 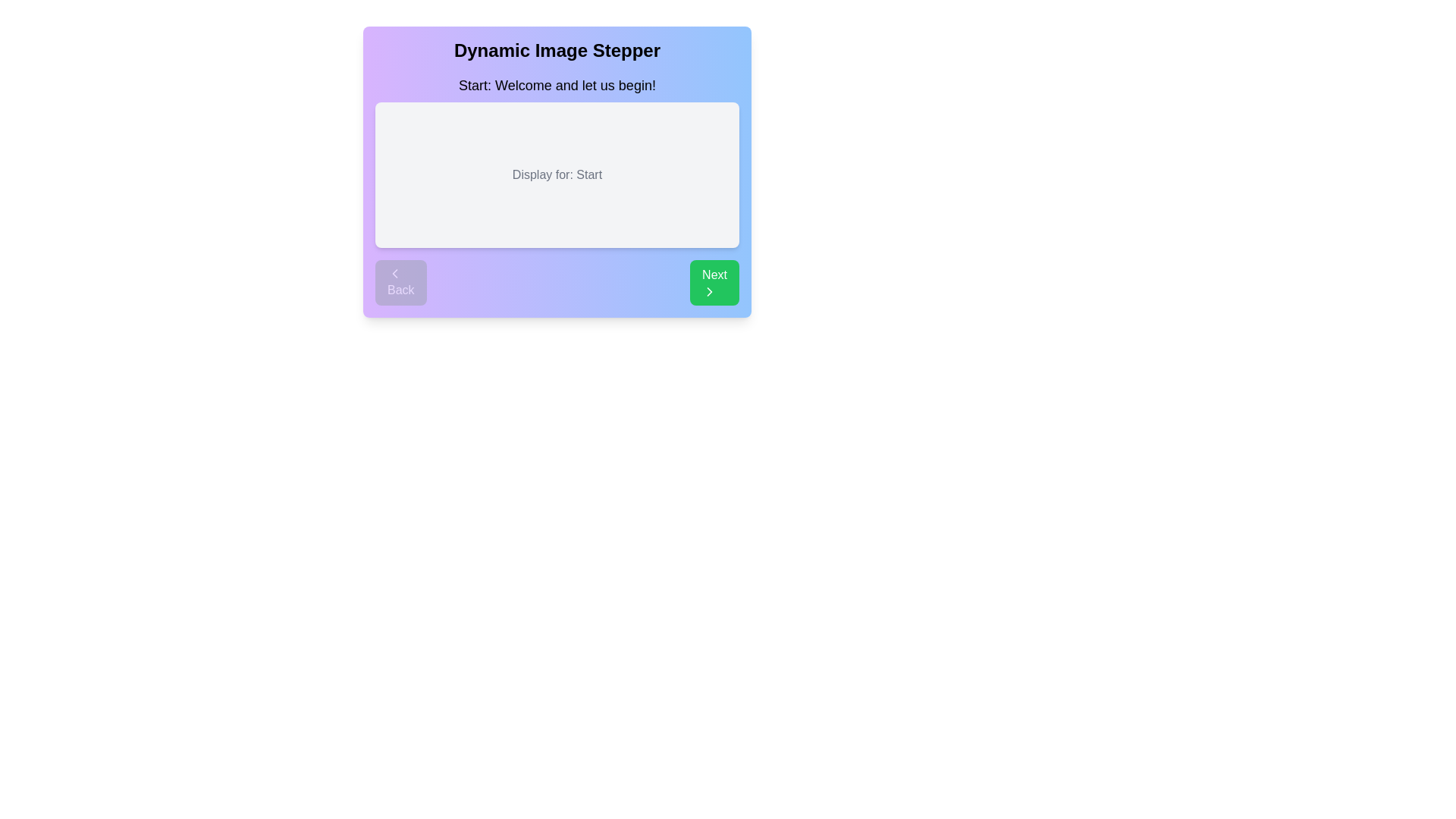 I want to click on the display area to interact with the current step's content, so click(x=556, y=174).